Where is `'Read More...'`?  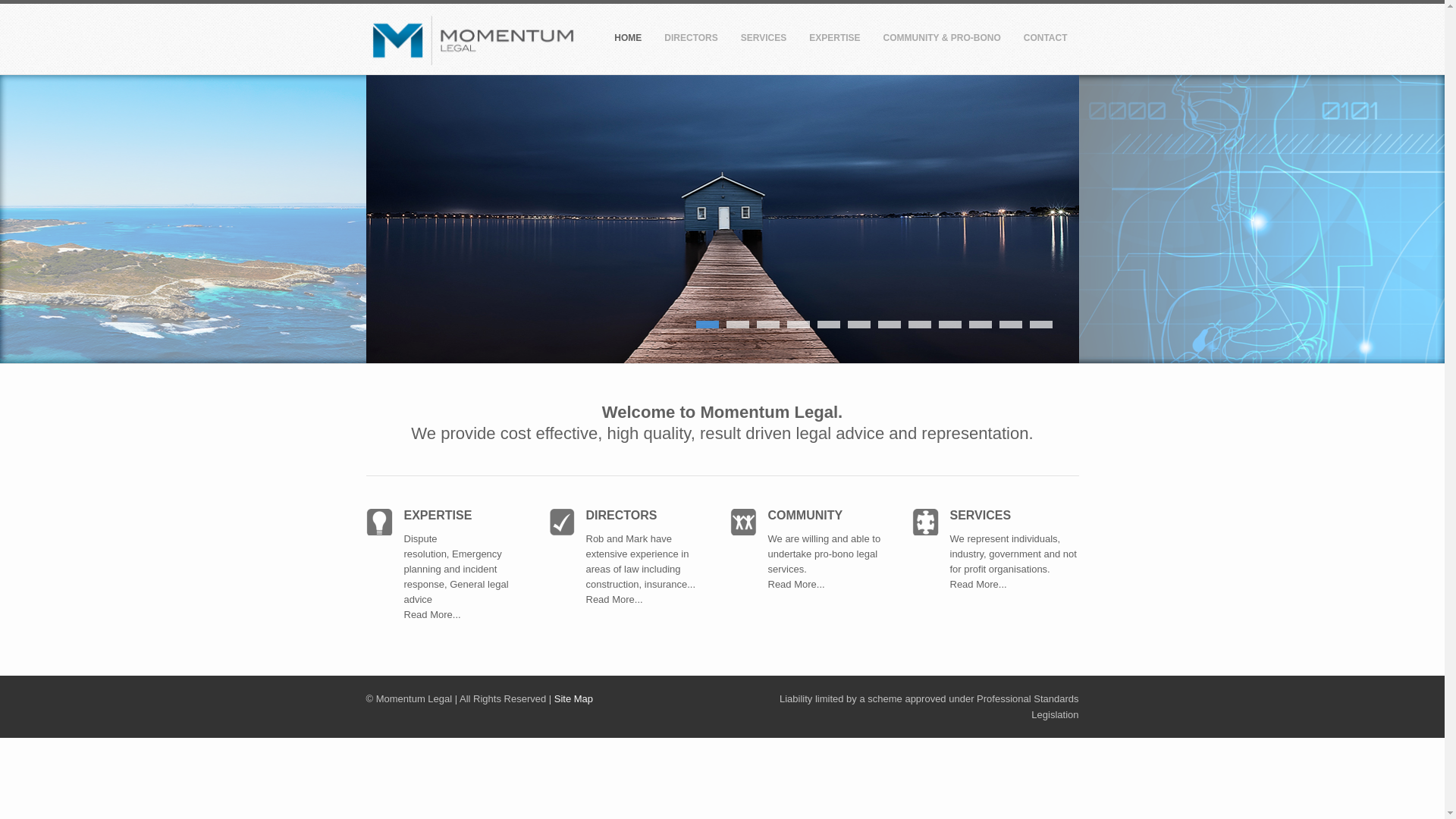 'Read More...' is located at coordinates (431, 622).